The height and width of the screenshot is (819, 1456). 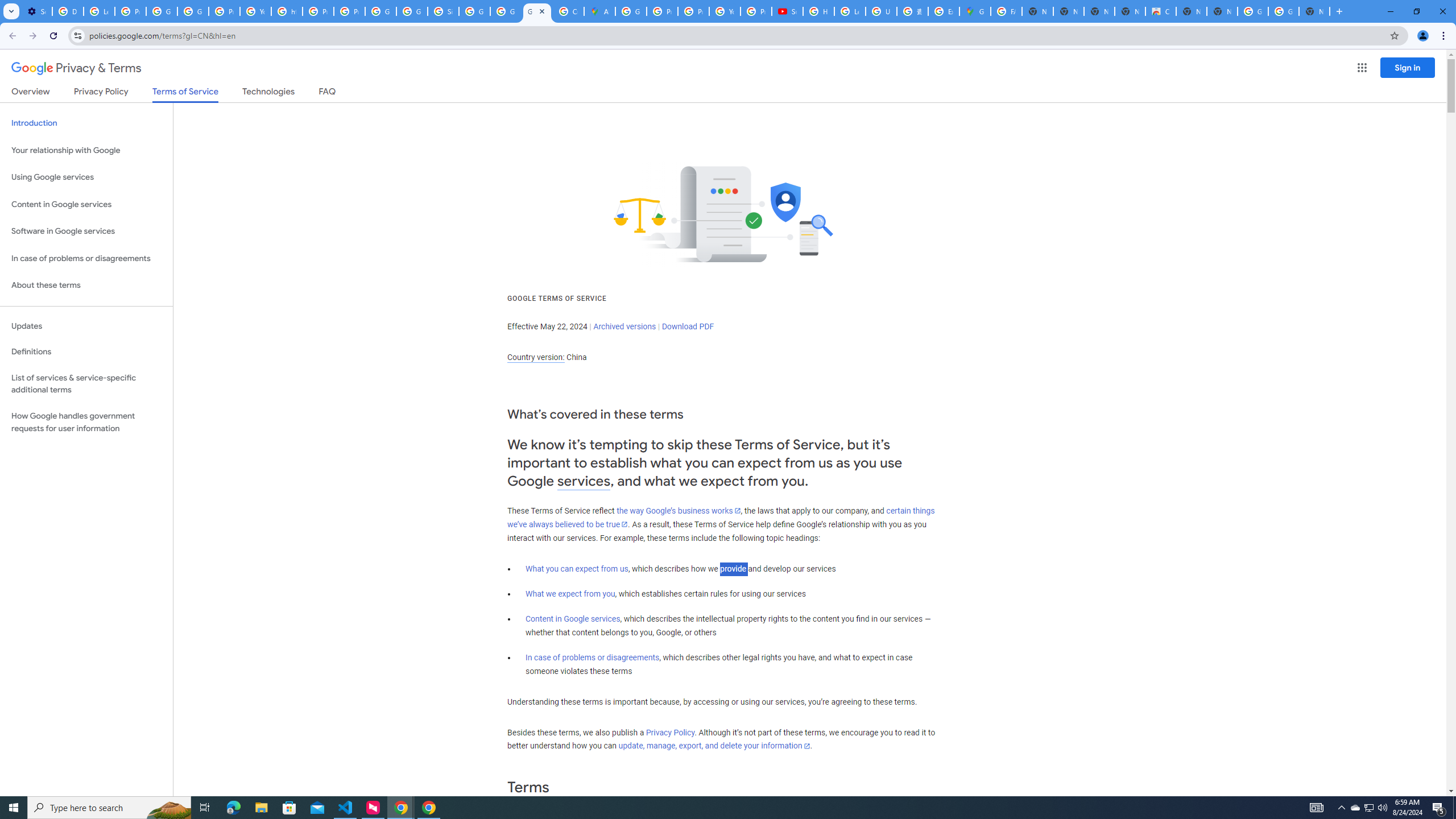 I want to click on 'What we expect from you', so click(x=570, y=593).